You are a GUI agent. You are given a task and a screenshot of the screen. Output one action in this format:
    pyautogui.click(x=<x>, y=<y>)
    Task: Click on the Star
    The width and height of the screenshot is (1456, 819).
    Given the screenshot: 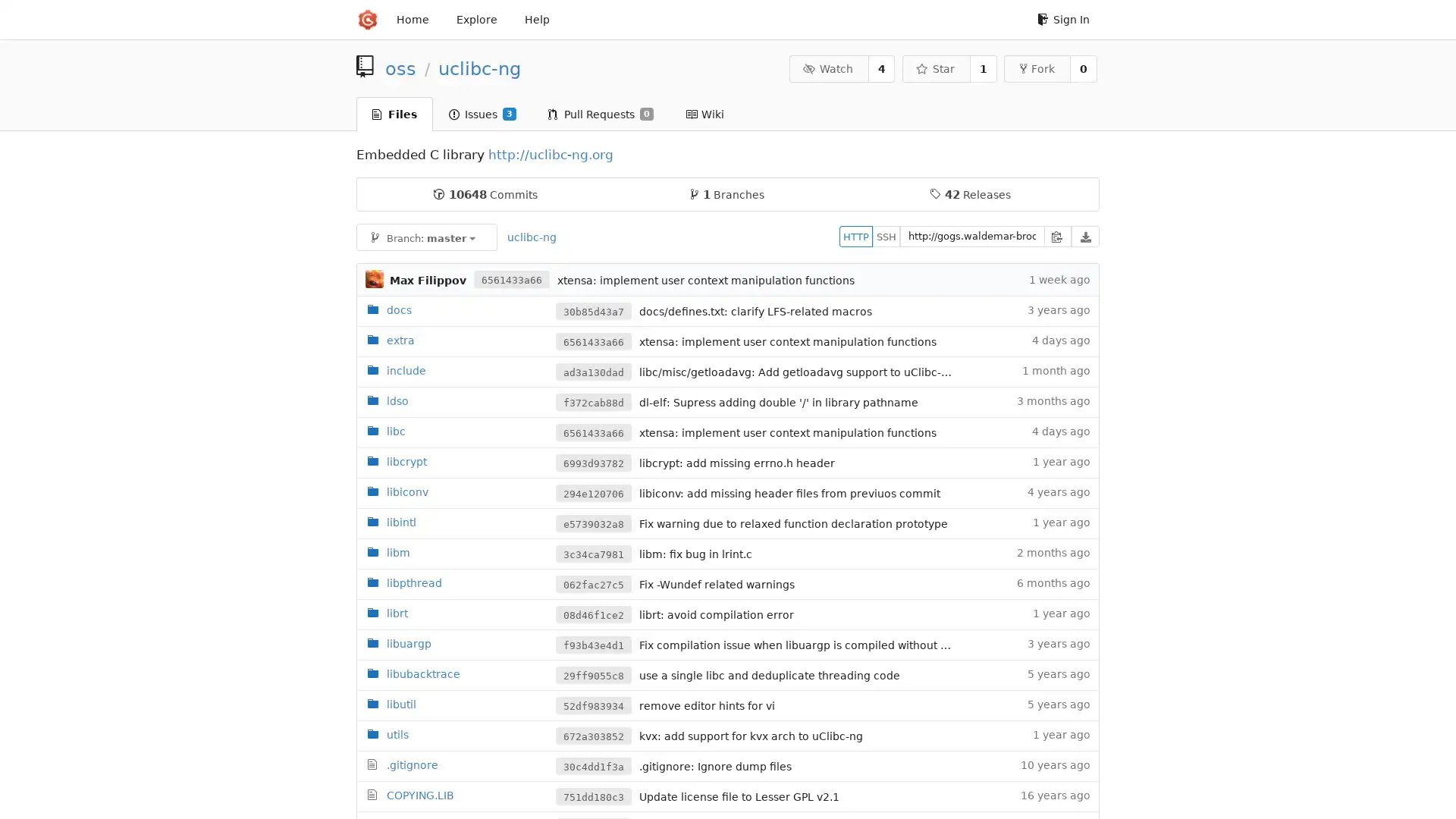 What is the action you would take?
    pyautogui.click(x=935, y=69)
    